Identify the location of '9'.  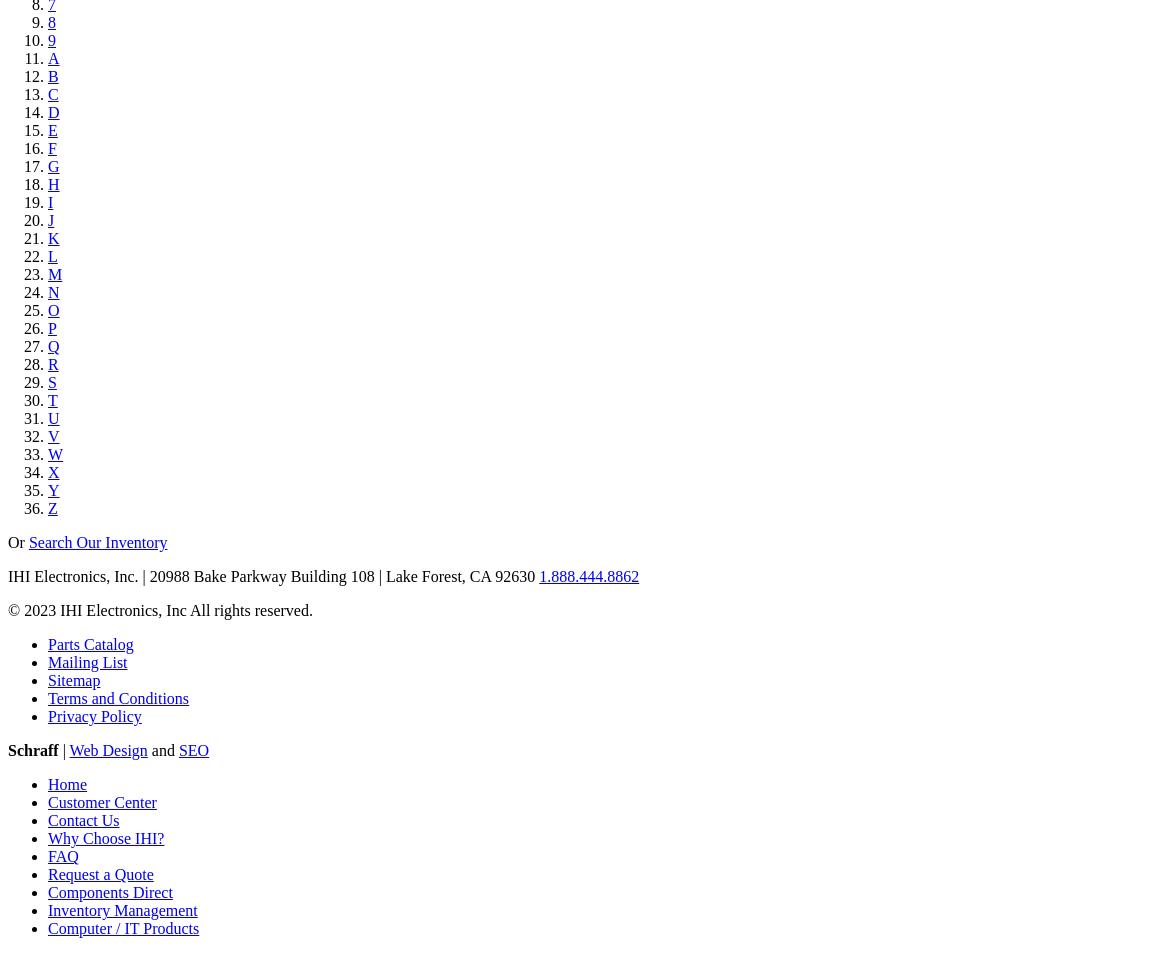
(50, 39).